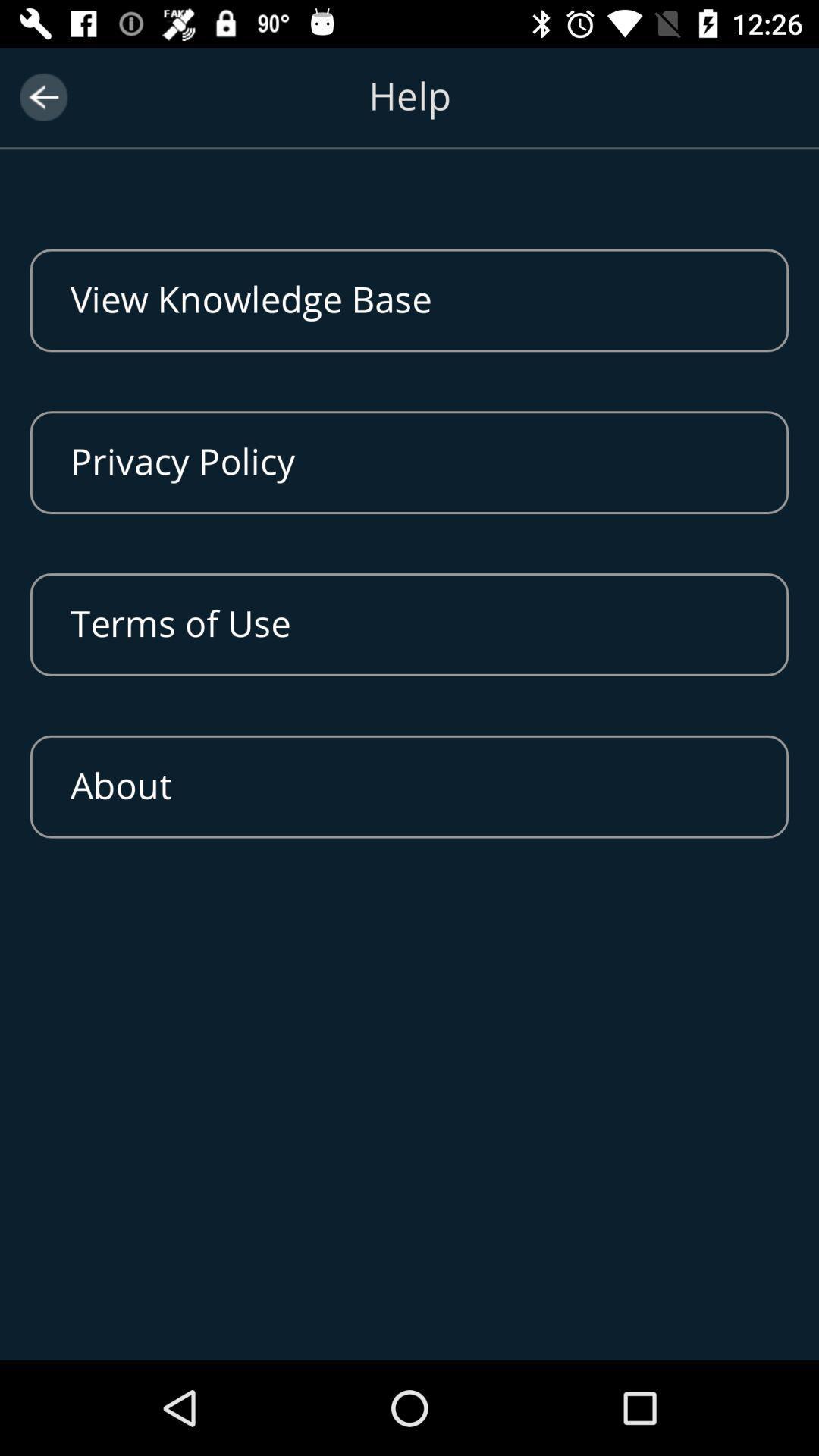 This screenshot has width=819, height=1456. What do you see at coordinates (42, 96) in the screenshot?
I see `the arrow_backward icon` at bounding box center [42, 96].